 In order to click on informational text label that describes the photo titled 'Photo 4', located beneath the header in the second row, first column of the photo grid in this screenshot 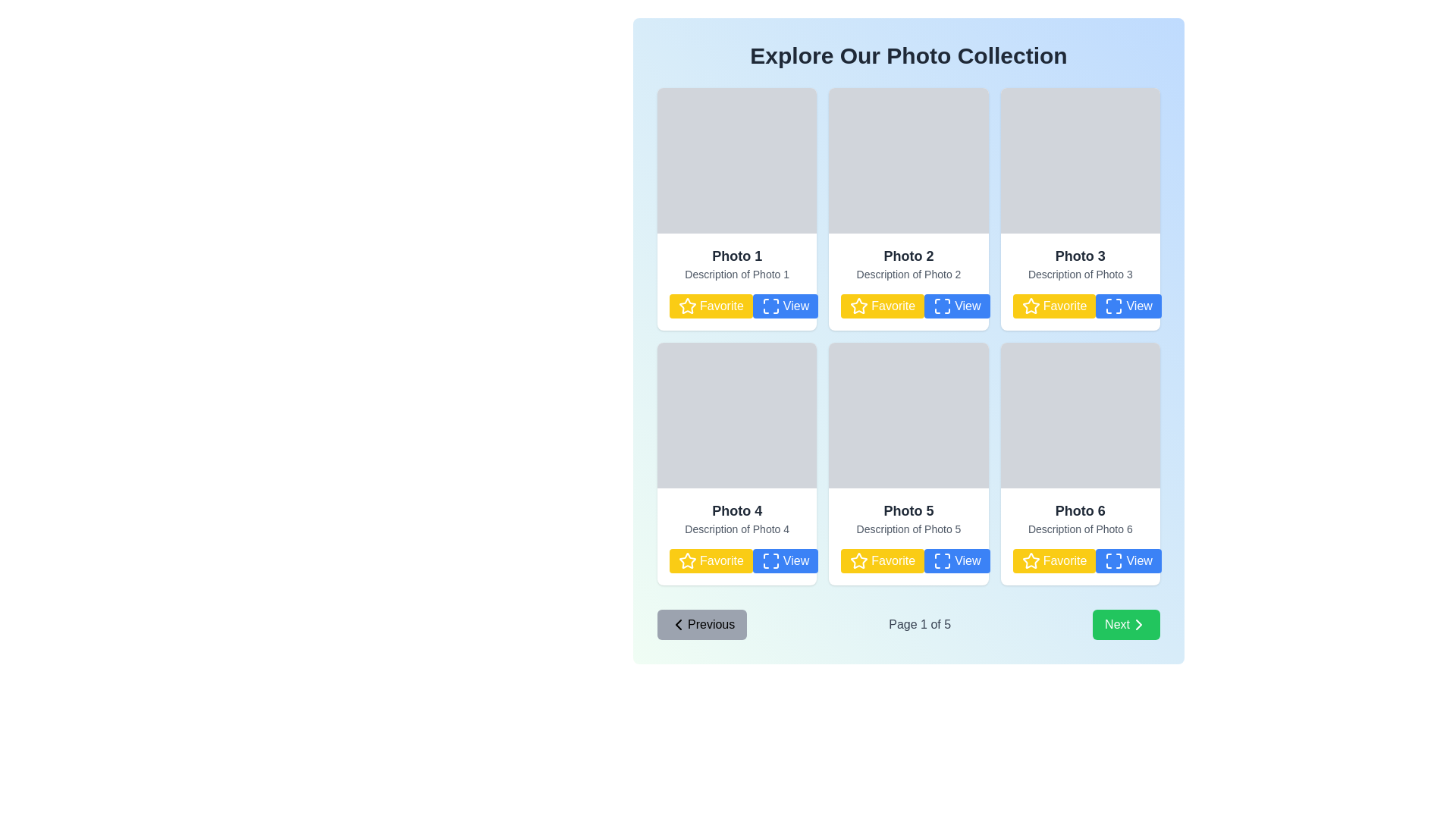, I will do `click(737, 529)`.